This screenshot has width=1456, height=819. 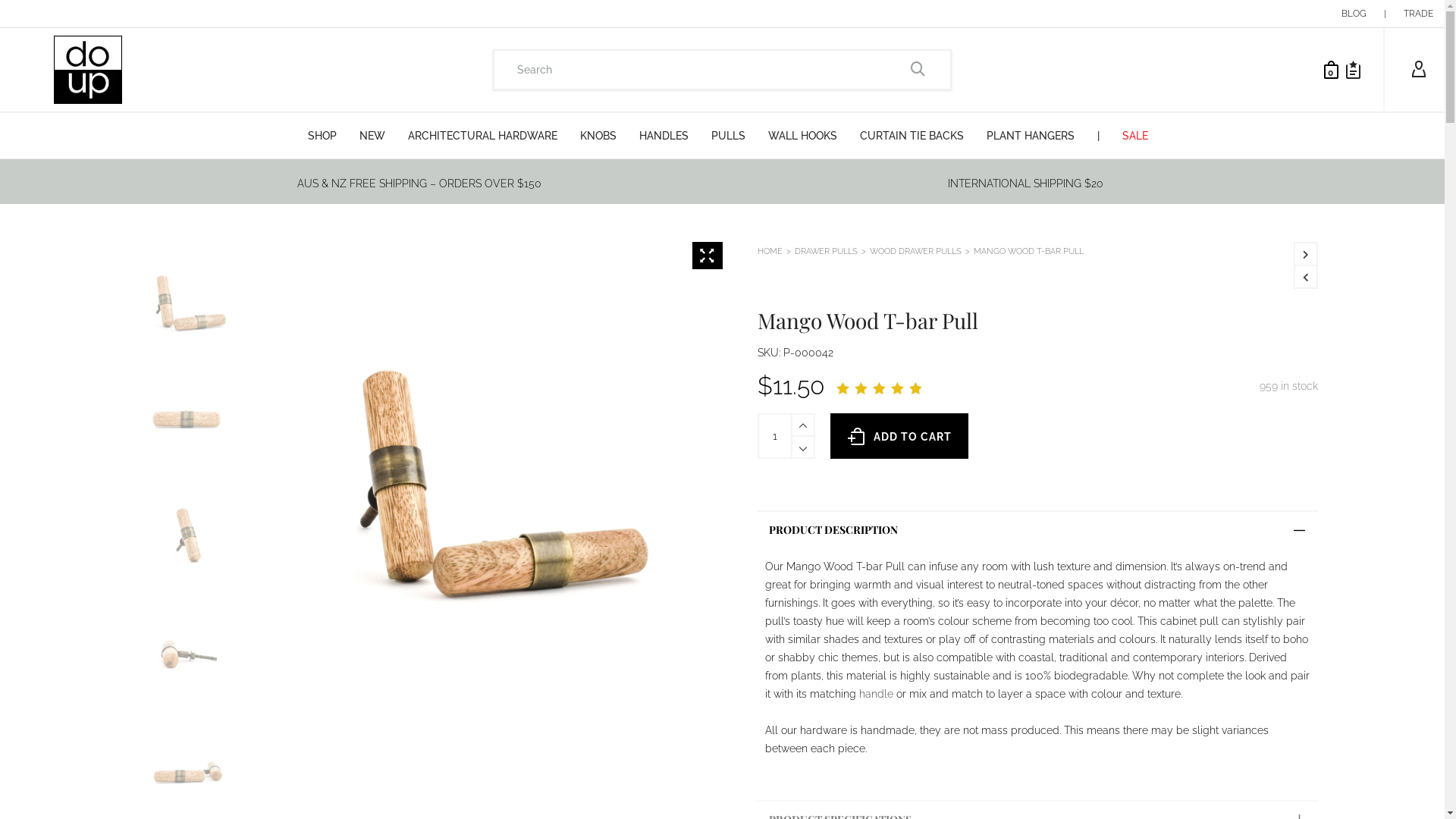 I want to click on 'WOOD DRAWER PULLS', so click(x=915, y=250).